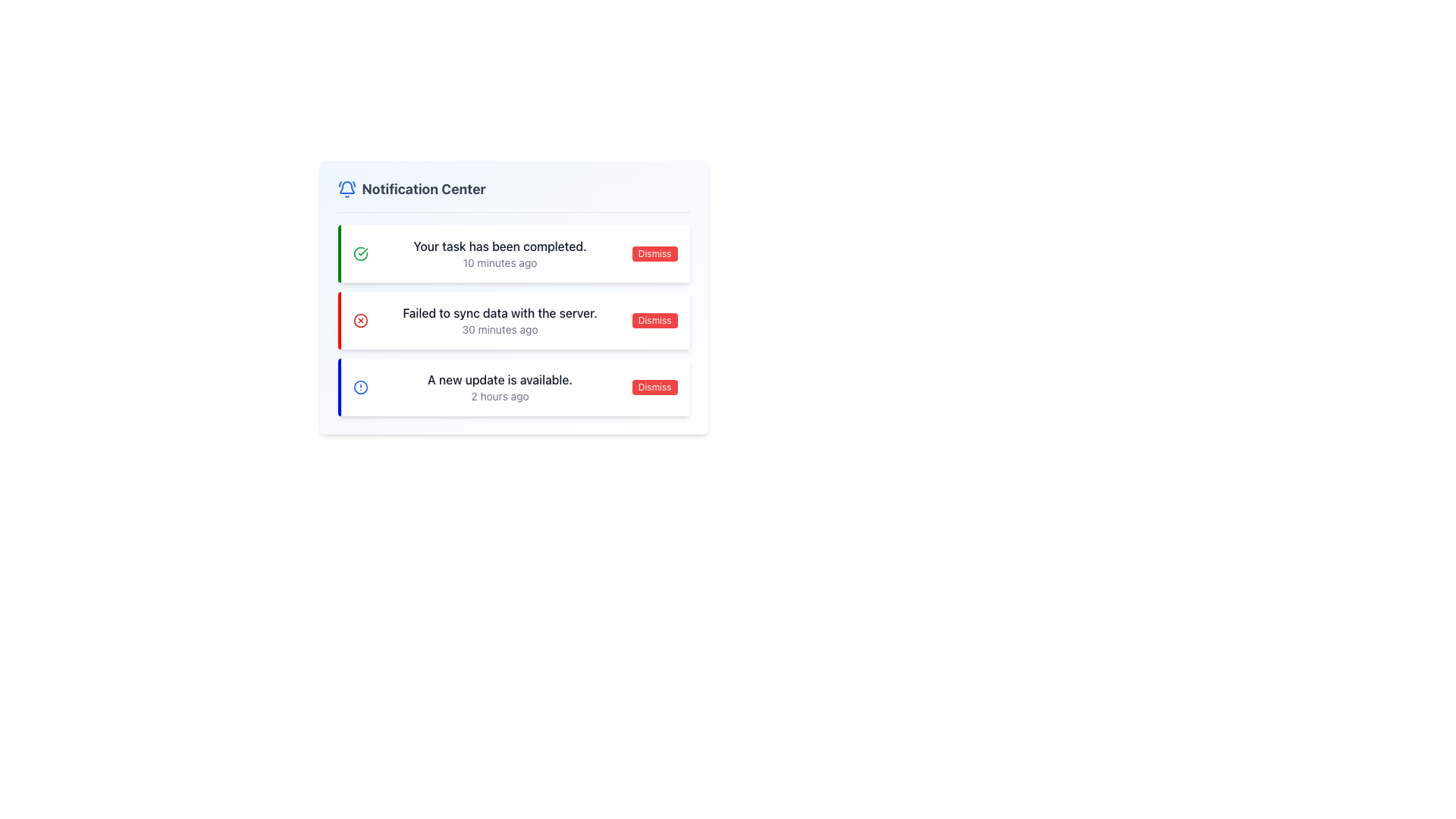  I want to click on the notification icon located in the third row of the notification list, which is associated with the message 'A new update is available.', so click(359, 386).